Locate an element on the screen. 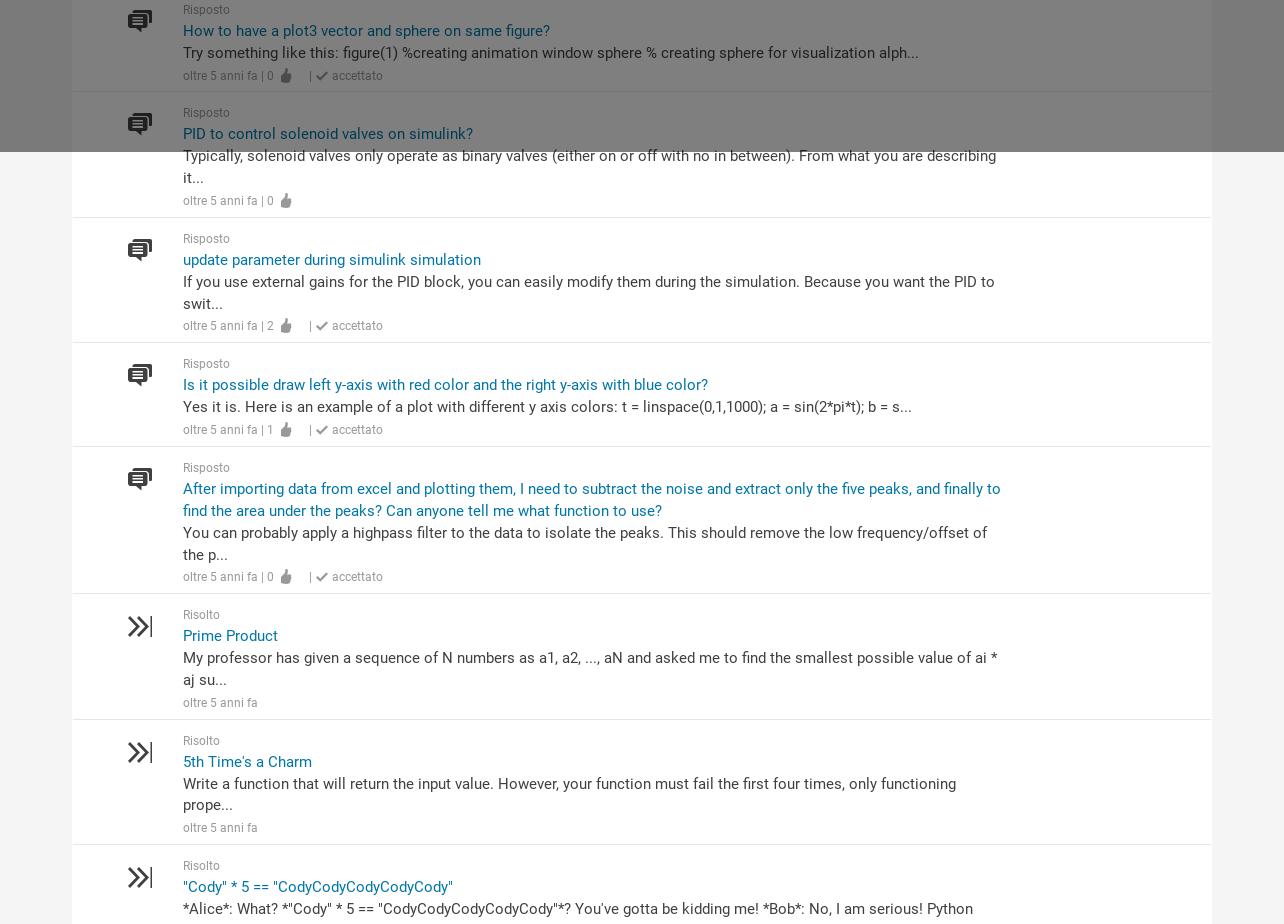 This screenshot has width=1284, height=924. 'You can probably apply a highpass filter to the data to isolate the peaks.  This should remove the low frequency/offset of the p...' is located at coordinates (582, 543).